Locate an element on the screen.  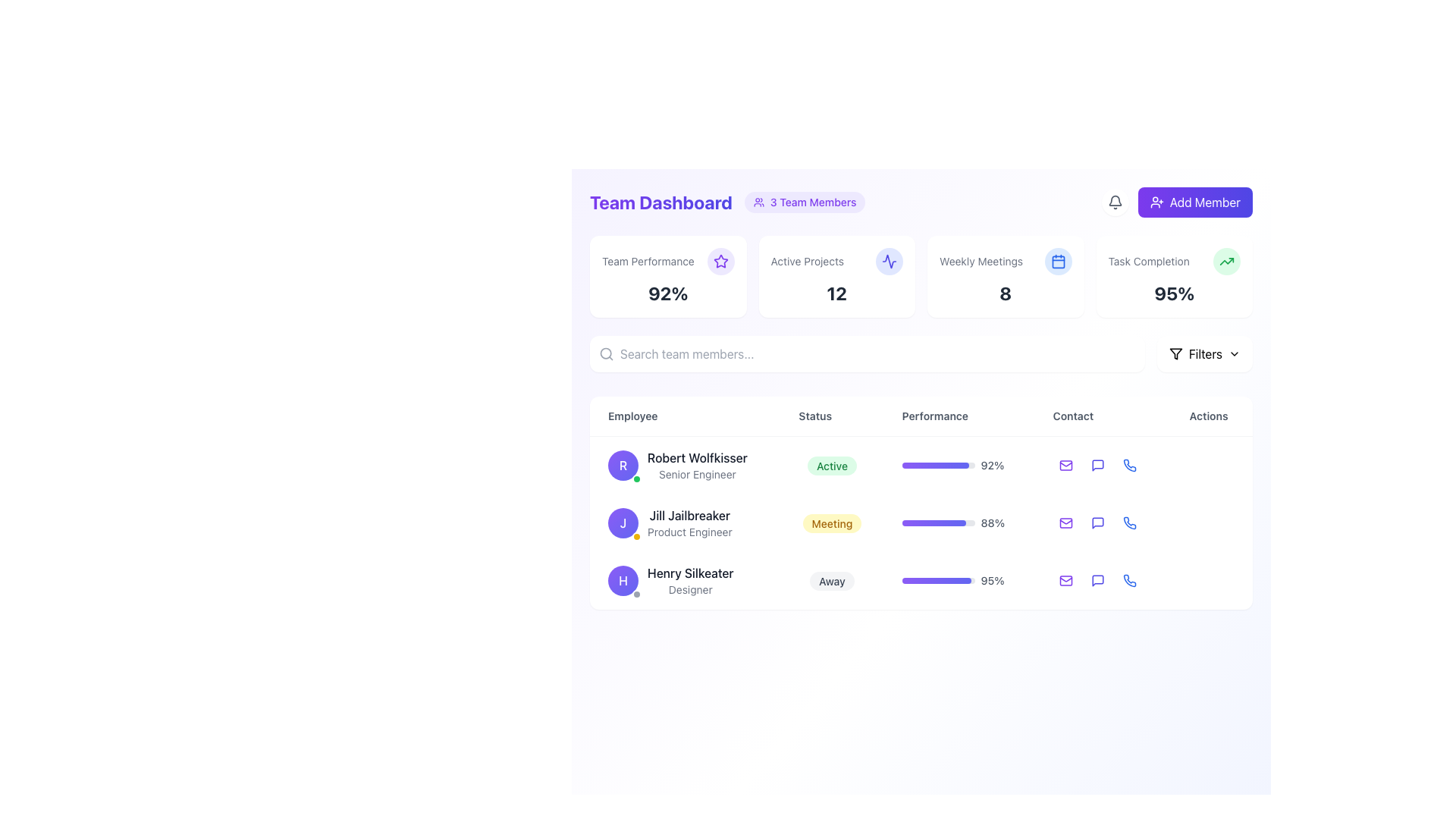
the 'Designer' text label located in the 'Employee' section, which is styled in a small, gray font and positioned directly beneath 'Henry Silkeater' is located at coordinates (689, 589).